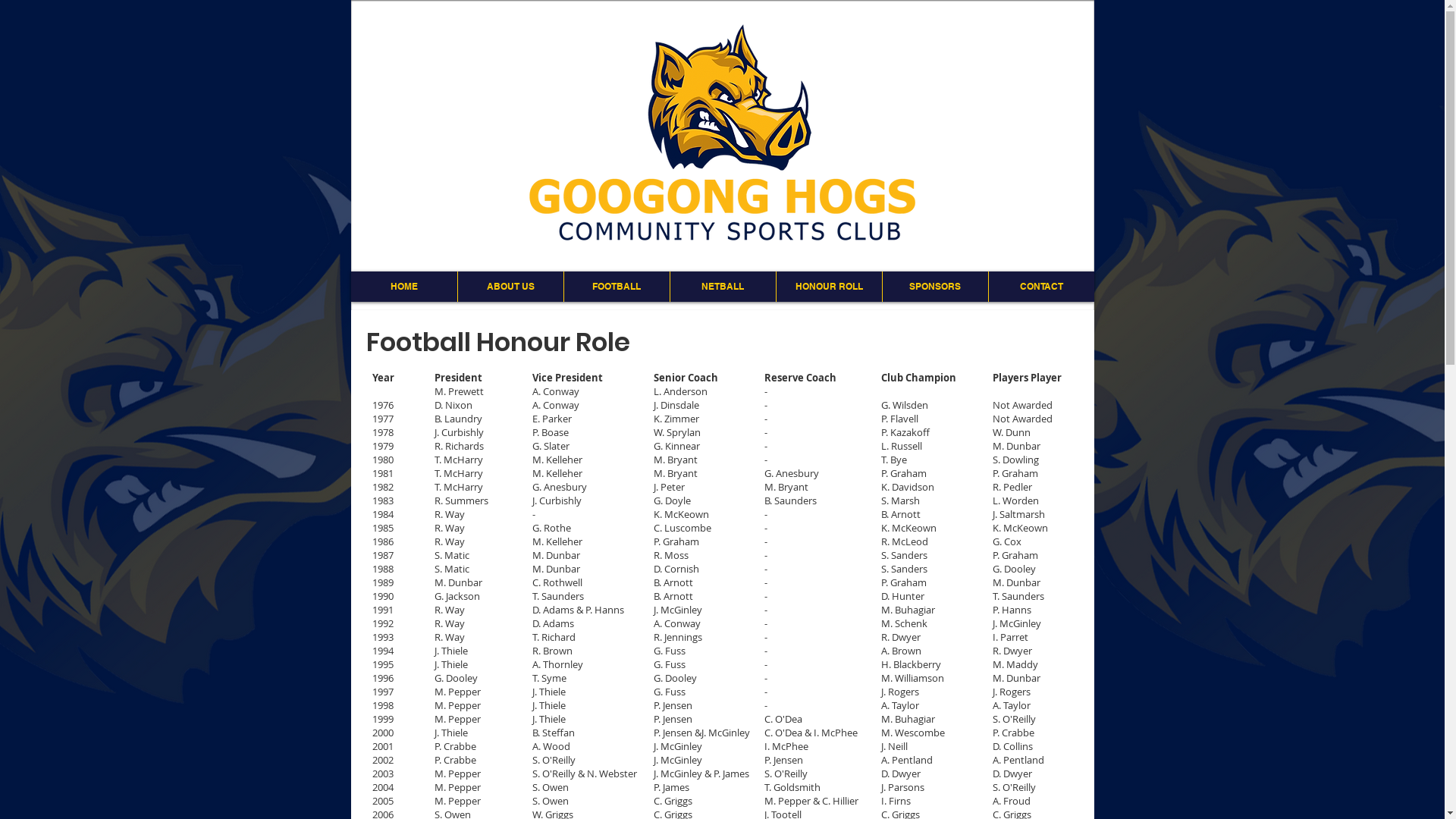  Describe the element at coordinates (827, 287) in the screenshot. I see `'HONOUR ROLL'` at that location.